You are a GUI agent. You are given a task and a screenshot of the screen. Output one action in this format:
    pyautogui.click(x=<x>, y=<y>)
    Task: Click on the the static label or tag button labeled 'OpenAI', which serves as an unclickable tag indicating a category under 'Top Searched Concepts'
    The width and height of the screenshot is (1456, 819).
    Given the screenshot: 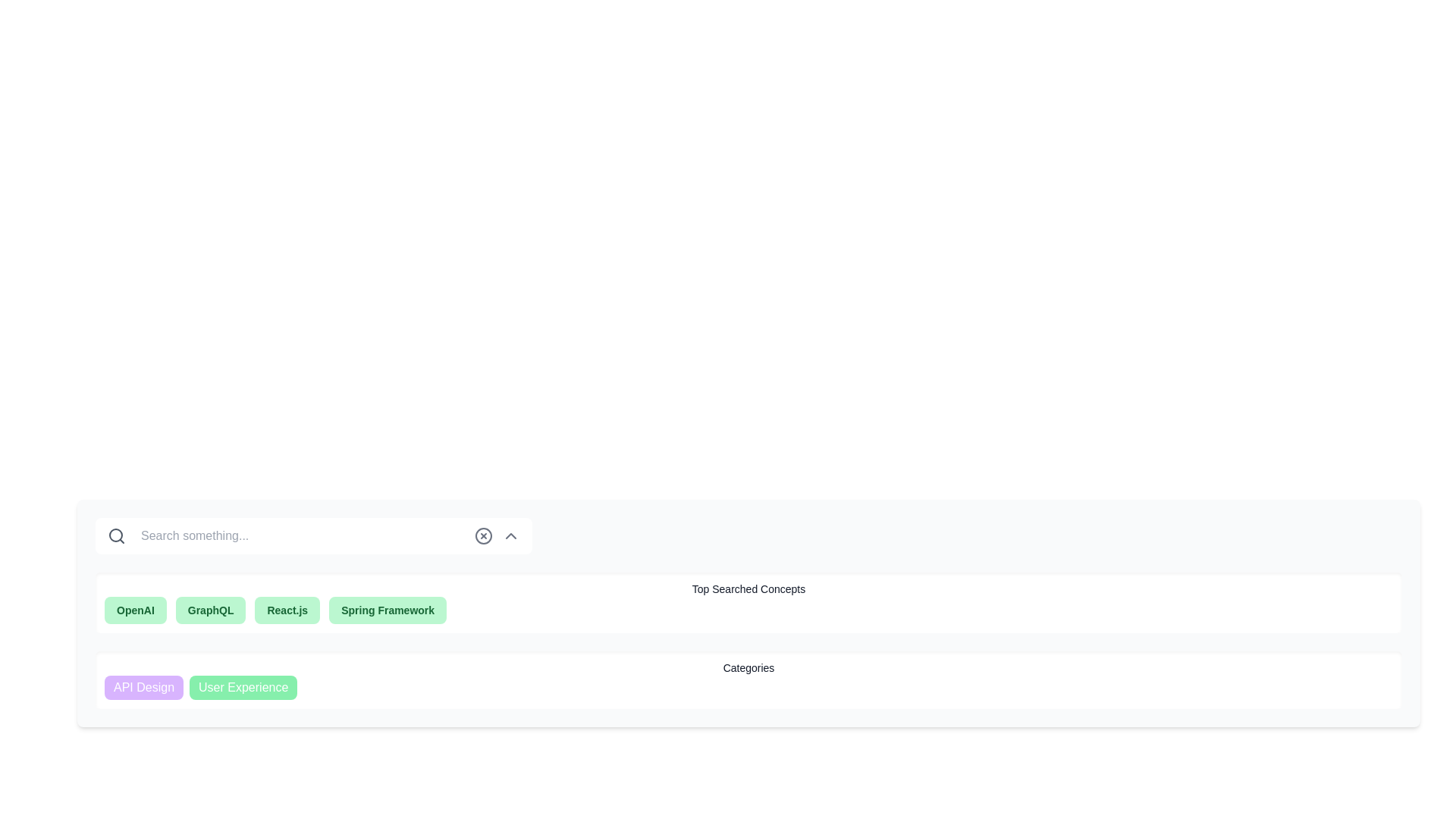 What is the action you would take?
    pyautogui.click(x=135, y=610)
    